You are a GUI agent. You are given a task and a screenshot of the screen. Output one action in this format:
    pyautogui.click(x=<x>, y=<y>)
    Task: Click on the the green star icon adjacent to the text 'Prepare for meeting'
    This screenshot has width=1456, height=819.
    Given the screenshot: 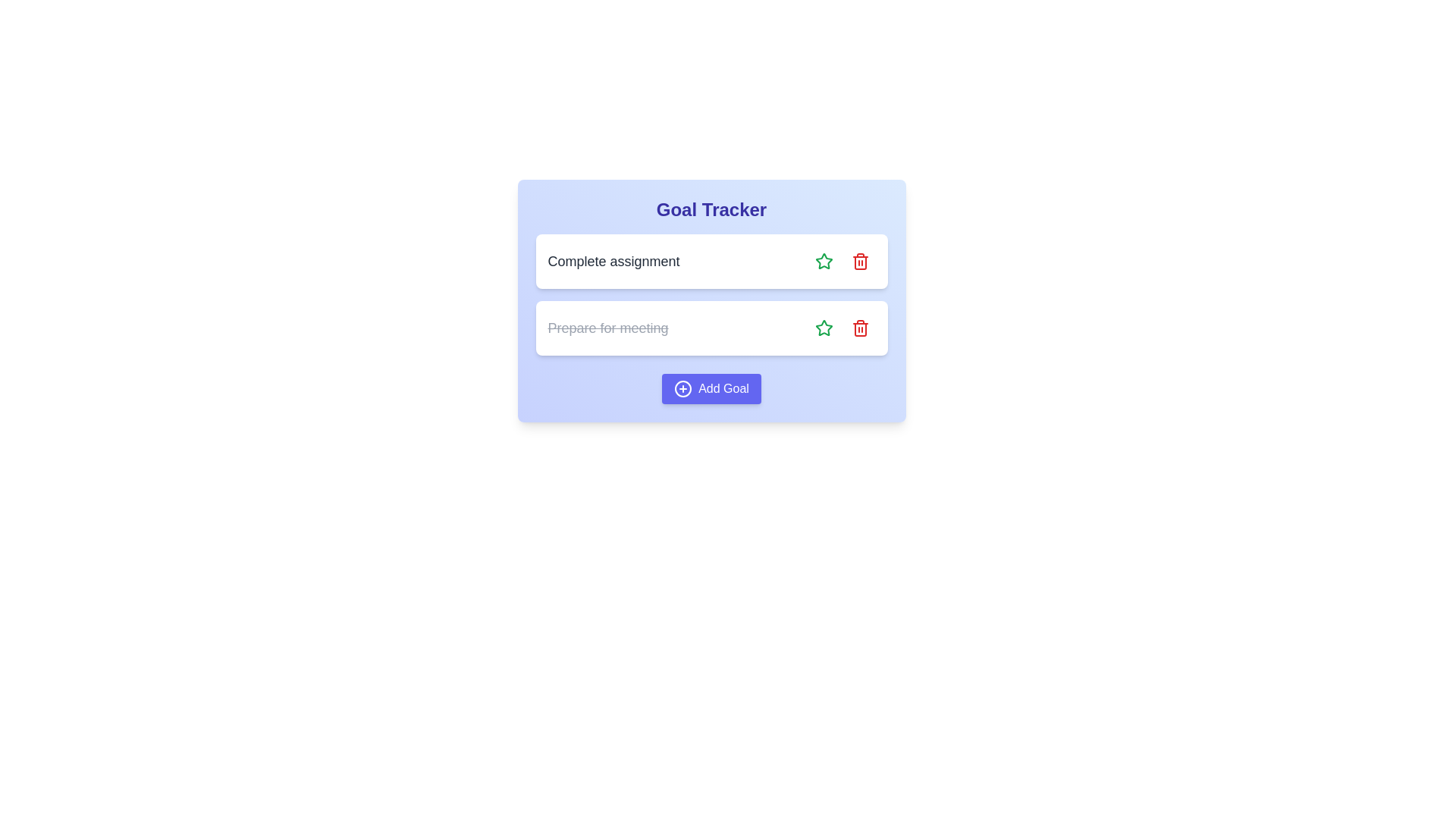 What is the action you would take?
    pyautogui.click(x=823, y=260)
    